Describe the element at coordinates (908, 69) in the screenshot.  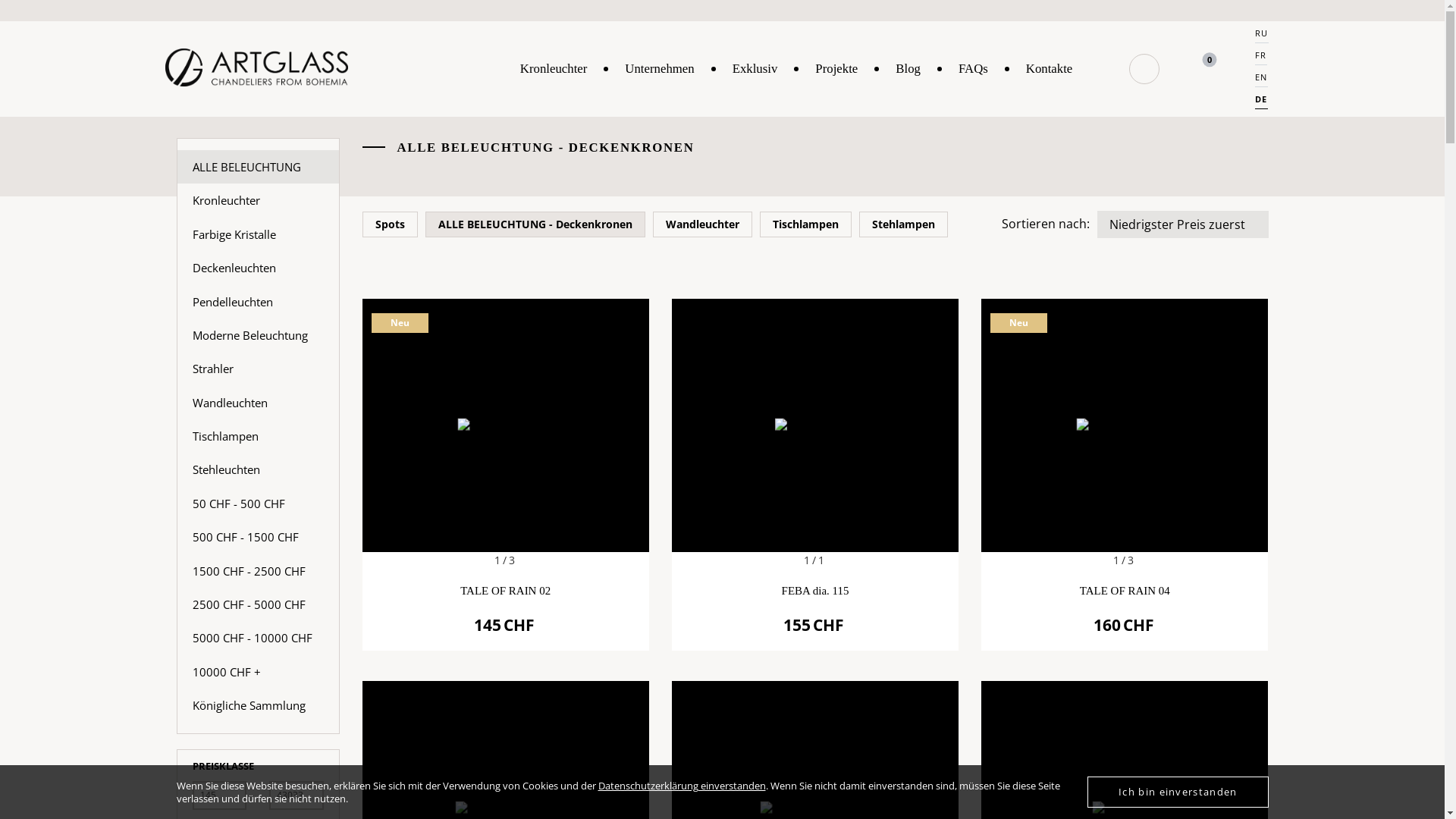
I see `'Blog'` at that location.